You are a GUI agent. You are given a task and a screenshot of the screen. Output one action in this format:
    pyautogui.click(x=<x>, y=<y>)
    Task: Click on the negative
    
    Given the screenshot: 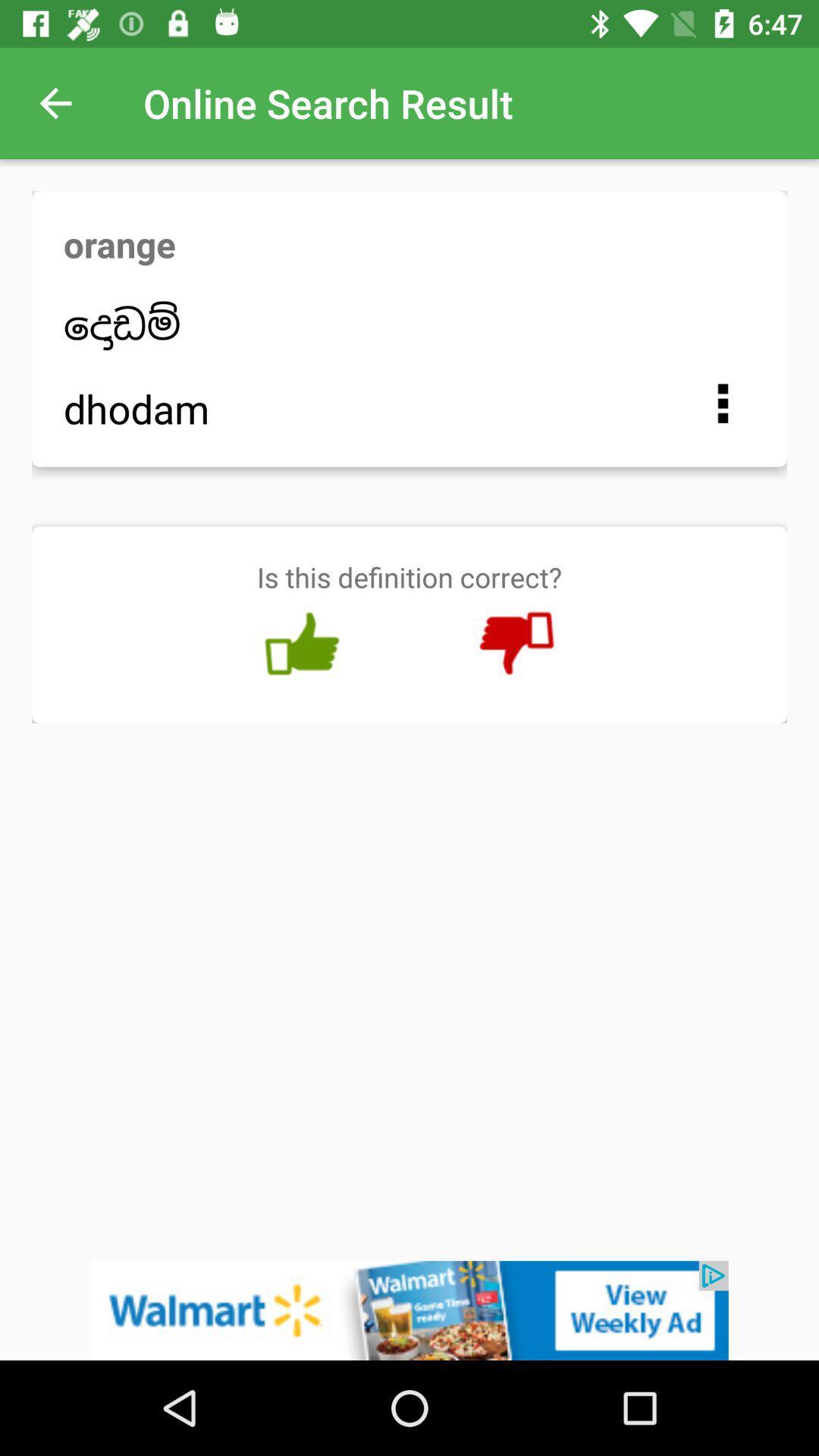 What is the action you would take?
    pyautogui.click(x=516, y=644)
    